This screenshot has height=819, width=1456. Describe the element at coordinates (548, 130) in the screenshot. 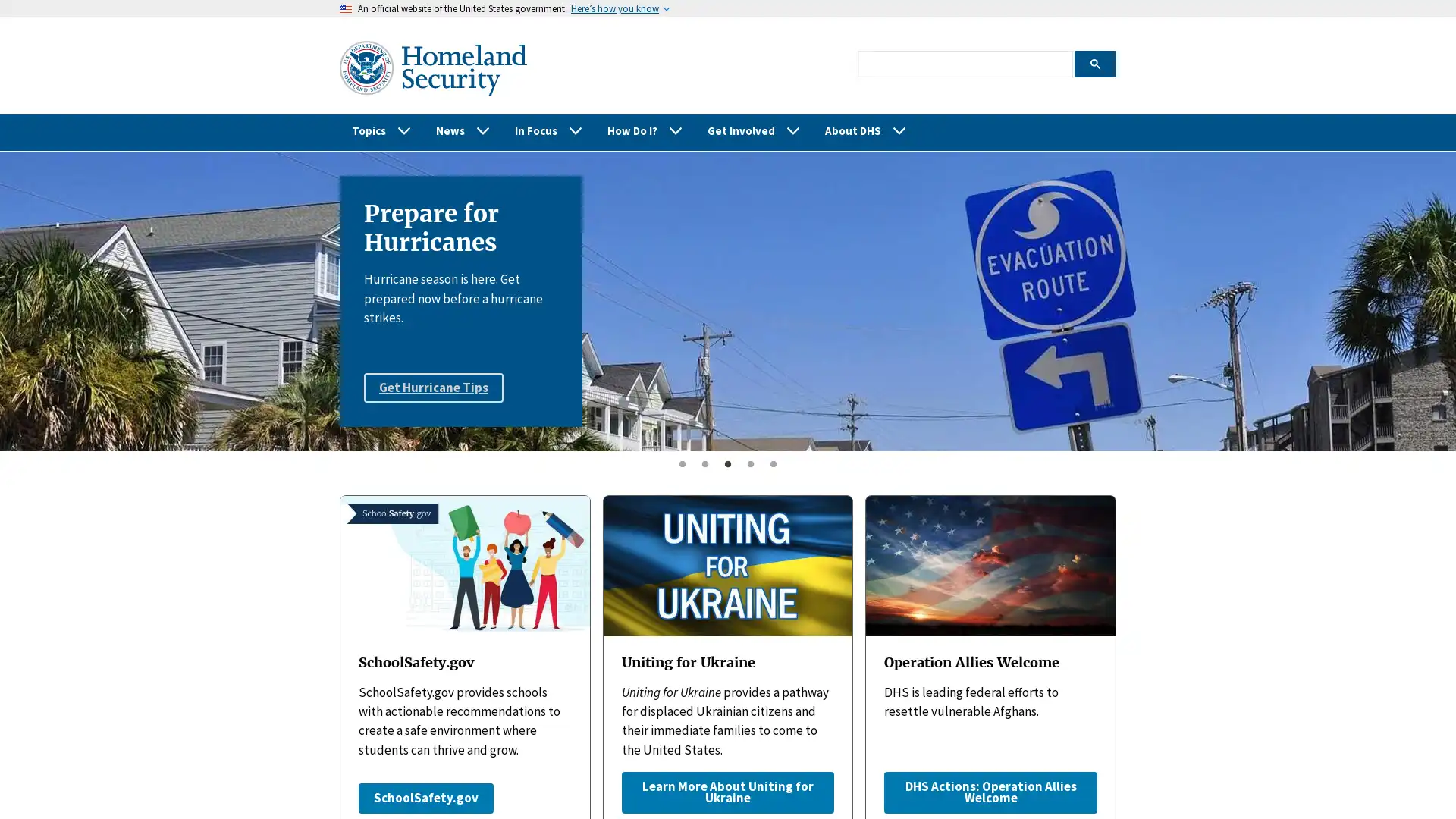

I see `In Focus` at that location.